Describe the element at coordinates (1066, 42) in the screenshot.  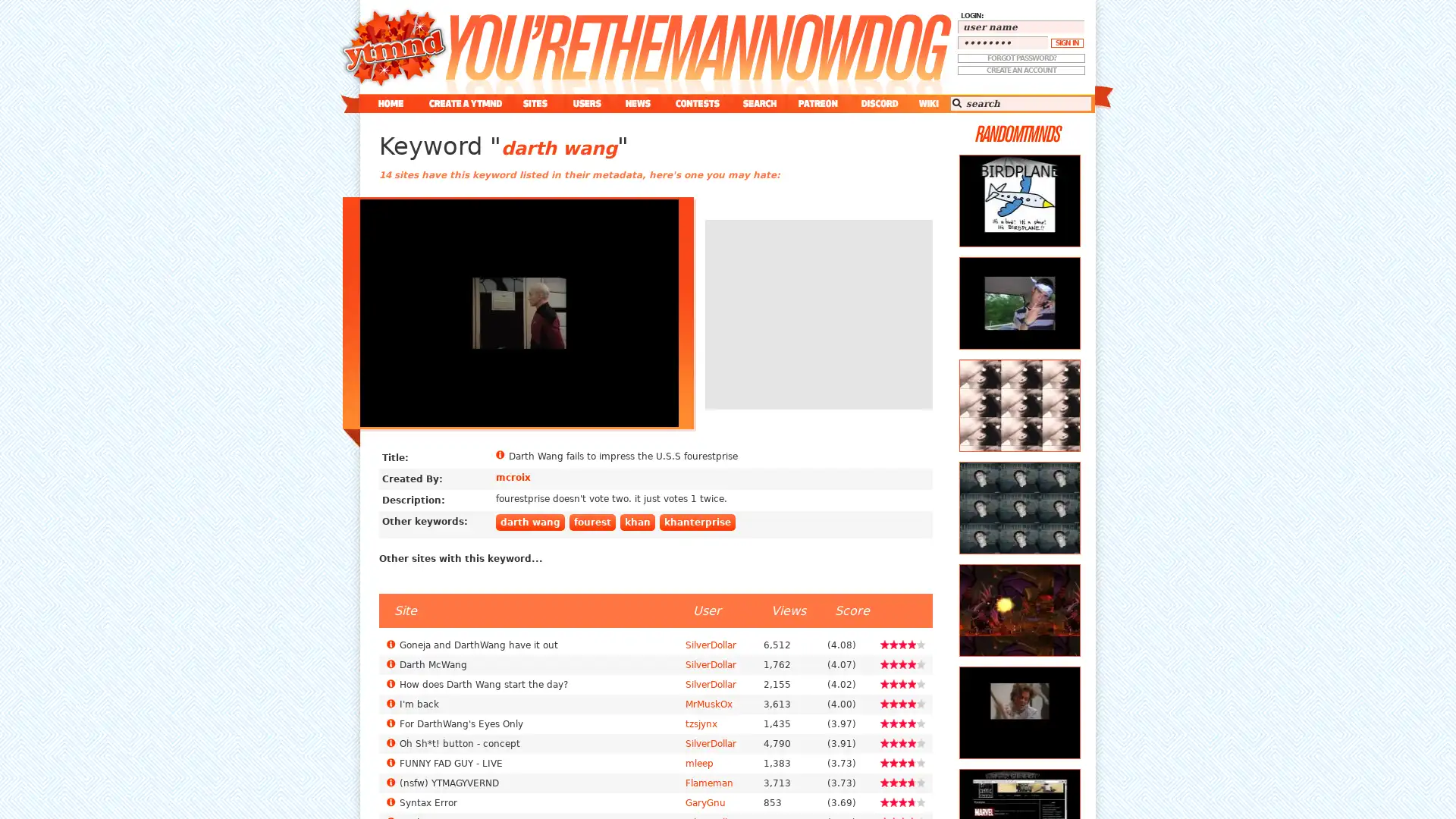
I see `sign in` at that location.